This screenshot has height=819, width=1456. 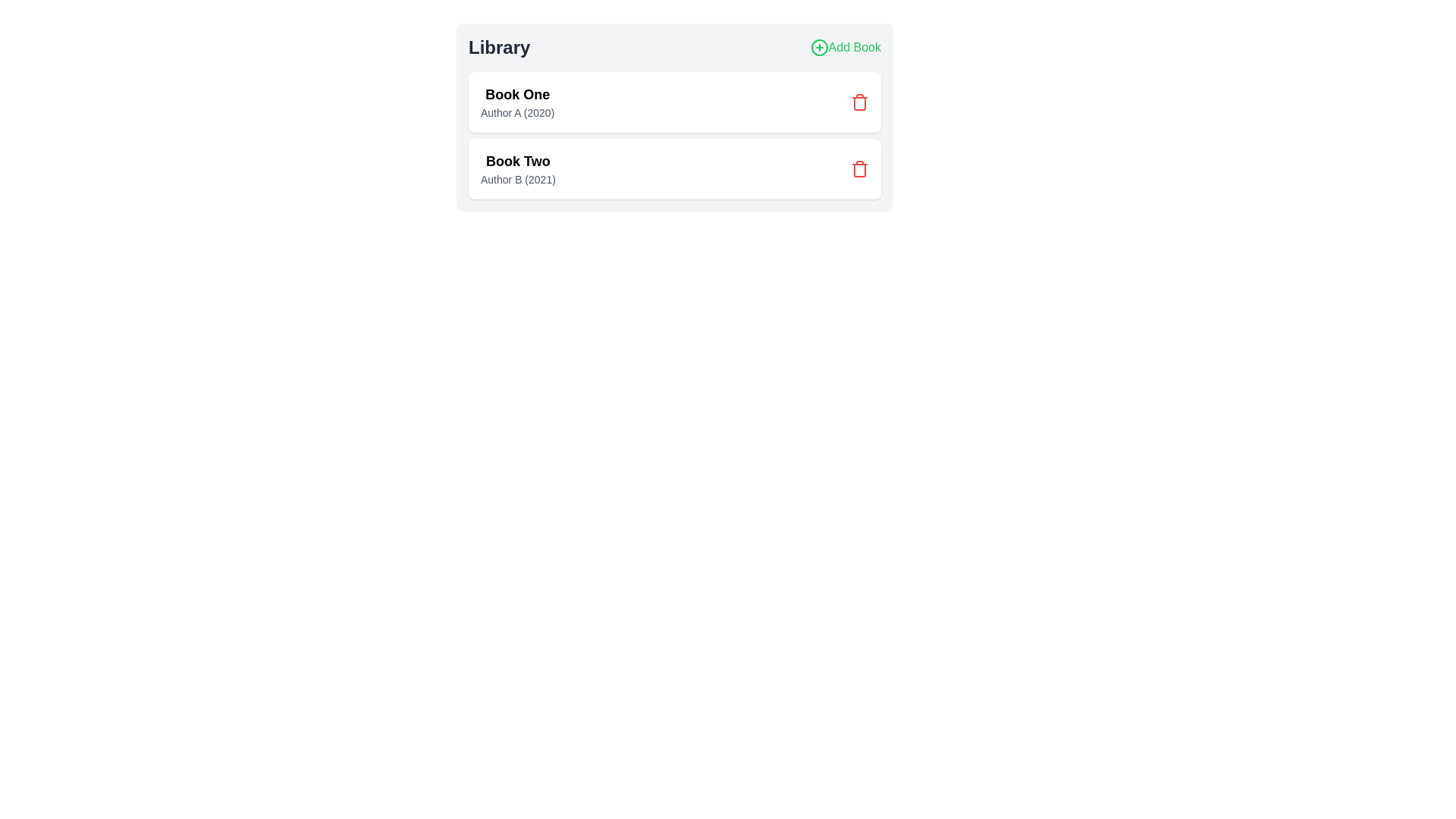 What do you see at coordinates (859, 102) in the screenshot?
I see `the delete icon button located at the far right of the row for the book entry 'Book One Author A (2020)'` at bounding box center [859, 102].